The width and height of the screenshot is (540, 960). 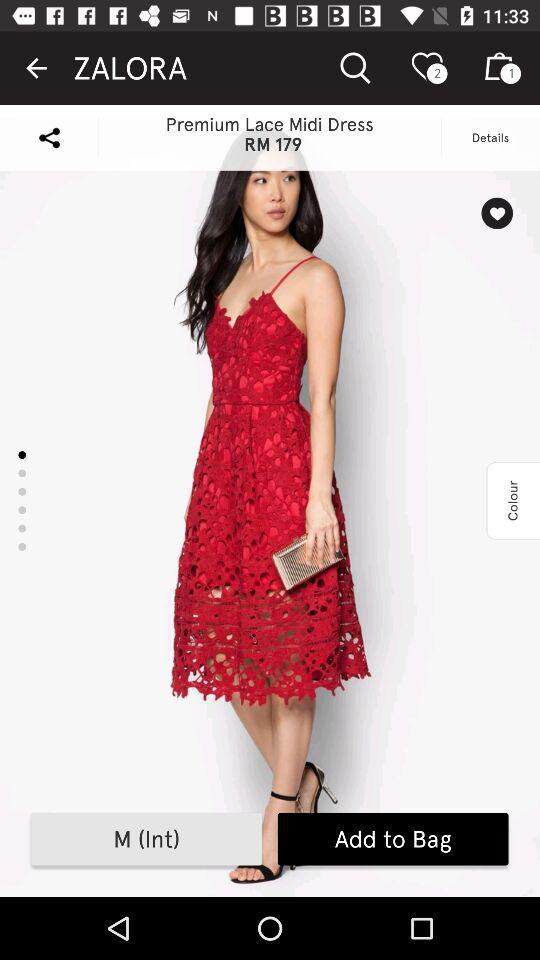 I want to click on the search option, so click(x=355, y=68).